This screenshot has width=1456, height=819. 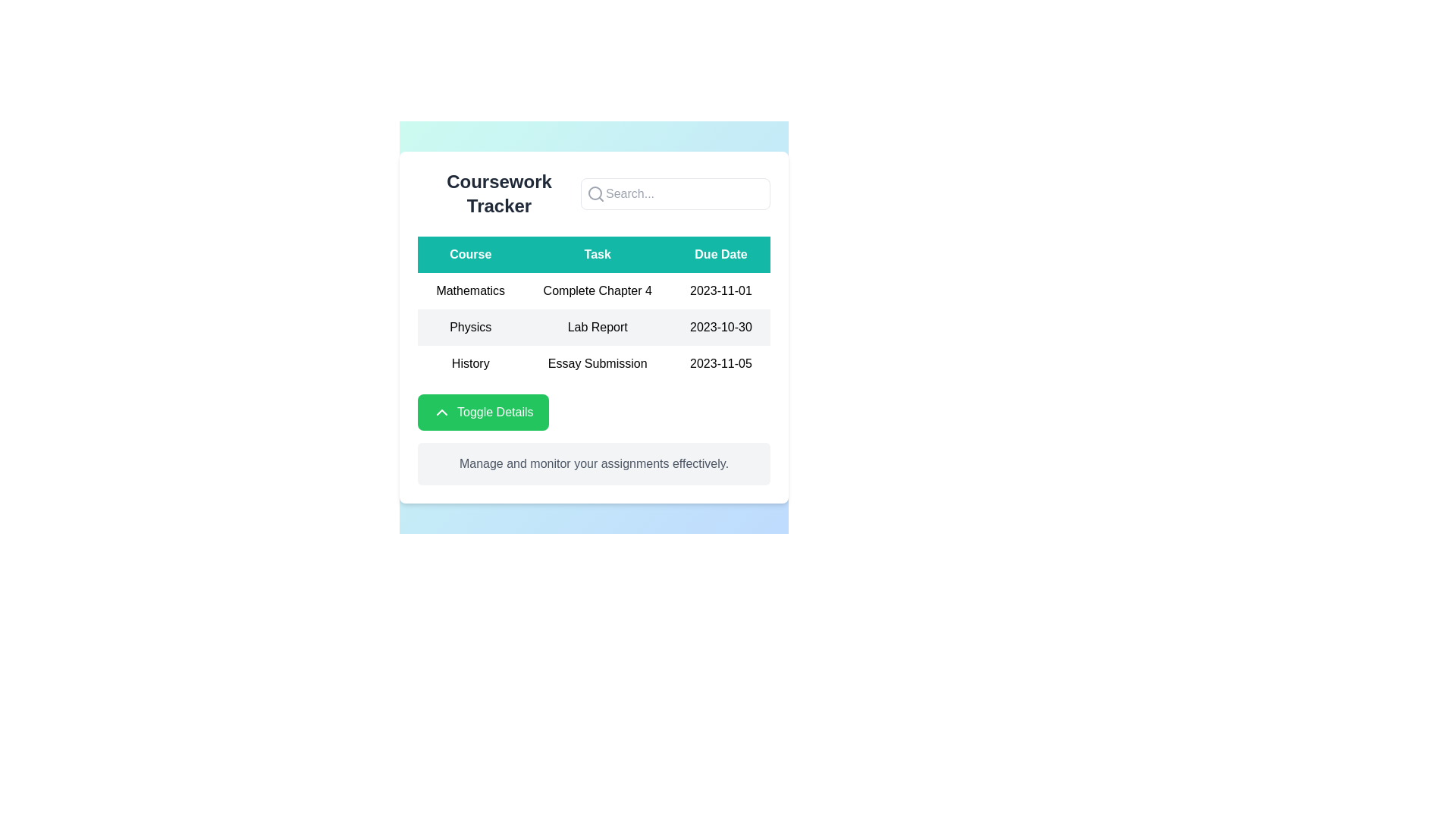 I want to click on the 'Physics' text label in the course column, so click(x=469, y=327).